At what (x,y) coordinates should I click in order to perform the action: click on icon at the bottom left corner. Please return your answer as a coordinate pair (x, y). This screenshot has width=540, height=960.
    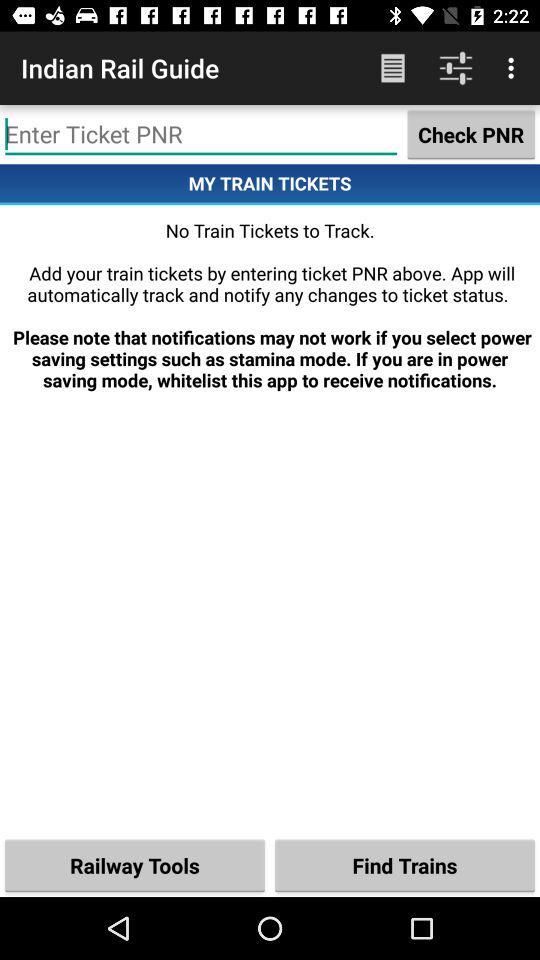
    Looking at the image, I should click on (135, 864).